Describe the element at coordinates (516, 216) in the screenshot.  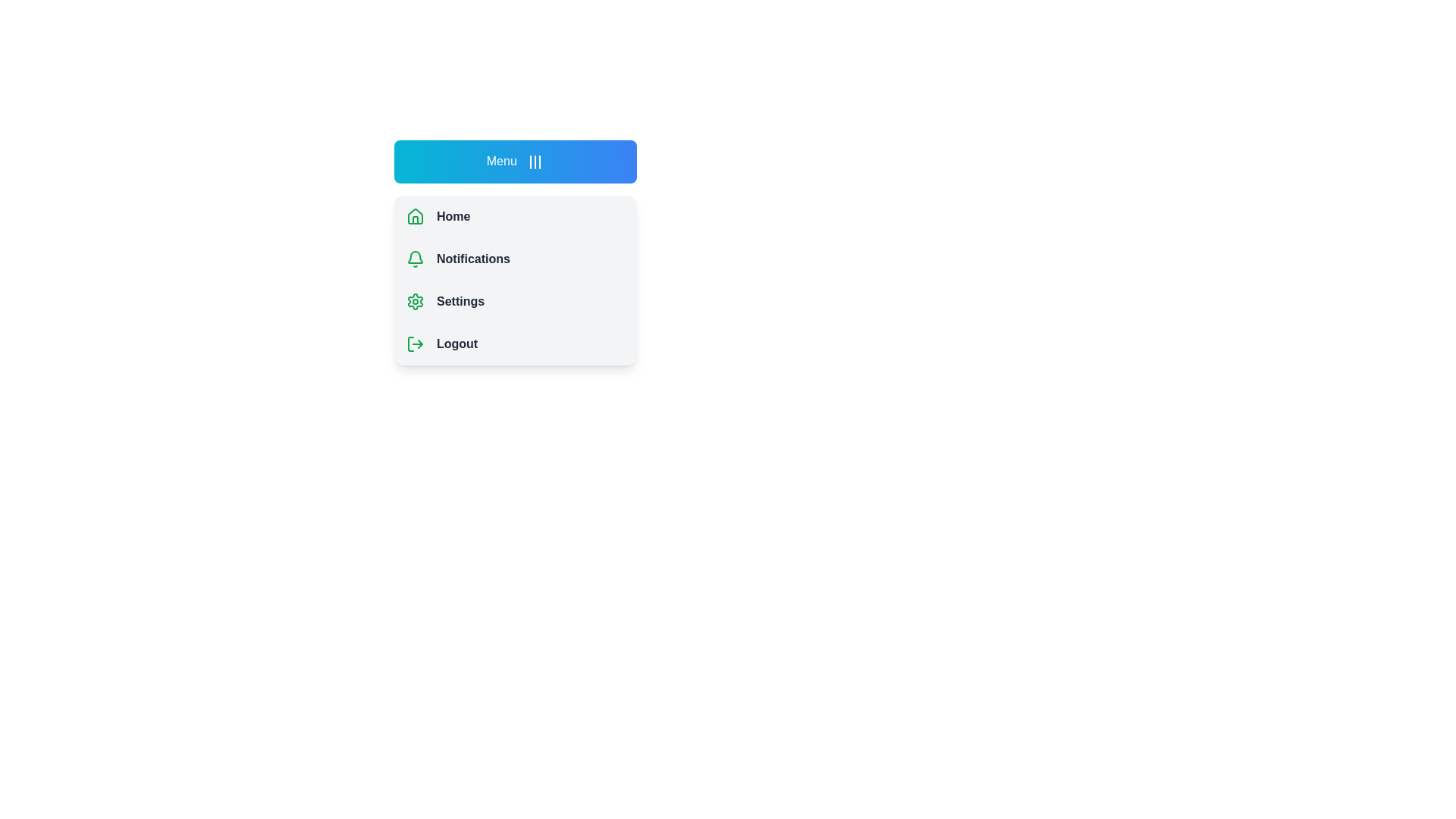
I see `the menu item Home to select it` at that location.